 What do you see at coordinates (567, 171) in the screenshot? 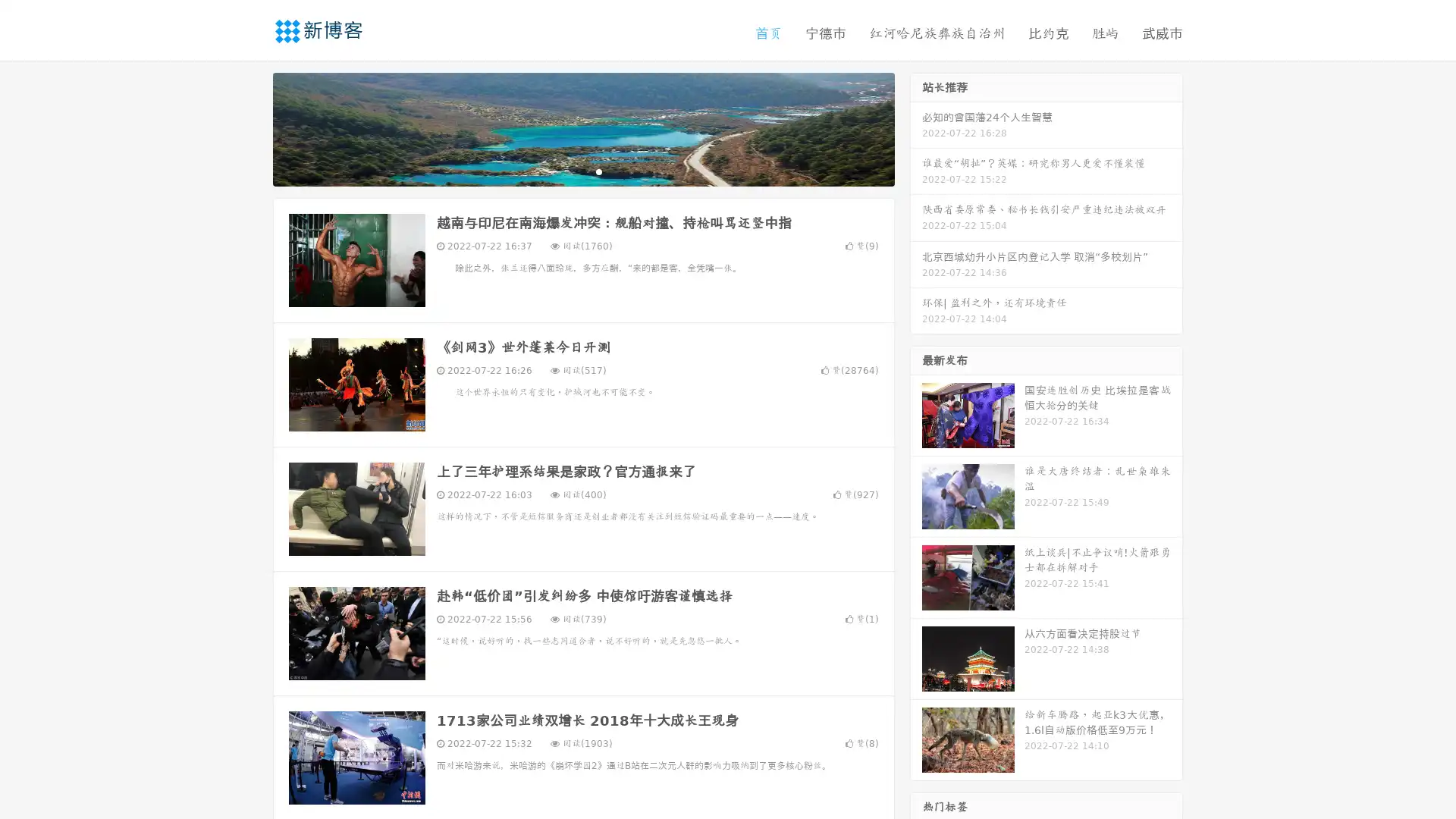
I see `Go to slide 1` at bounding box center [567, 171].